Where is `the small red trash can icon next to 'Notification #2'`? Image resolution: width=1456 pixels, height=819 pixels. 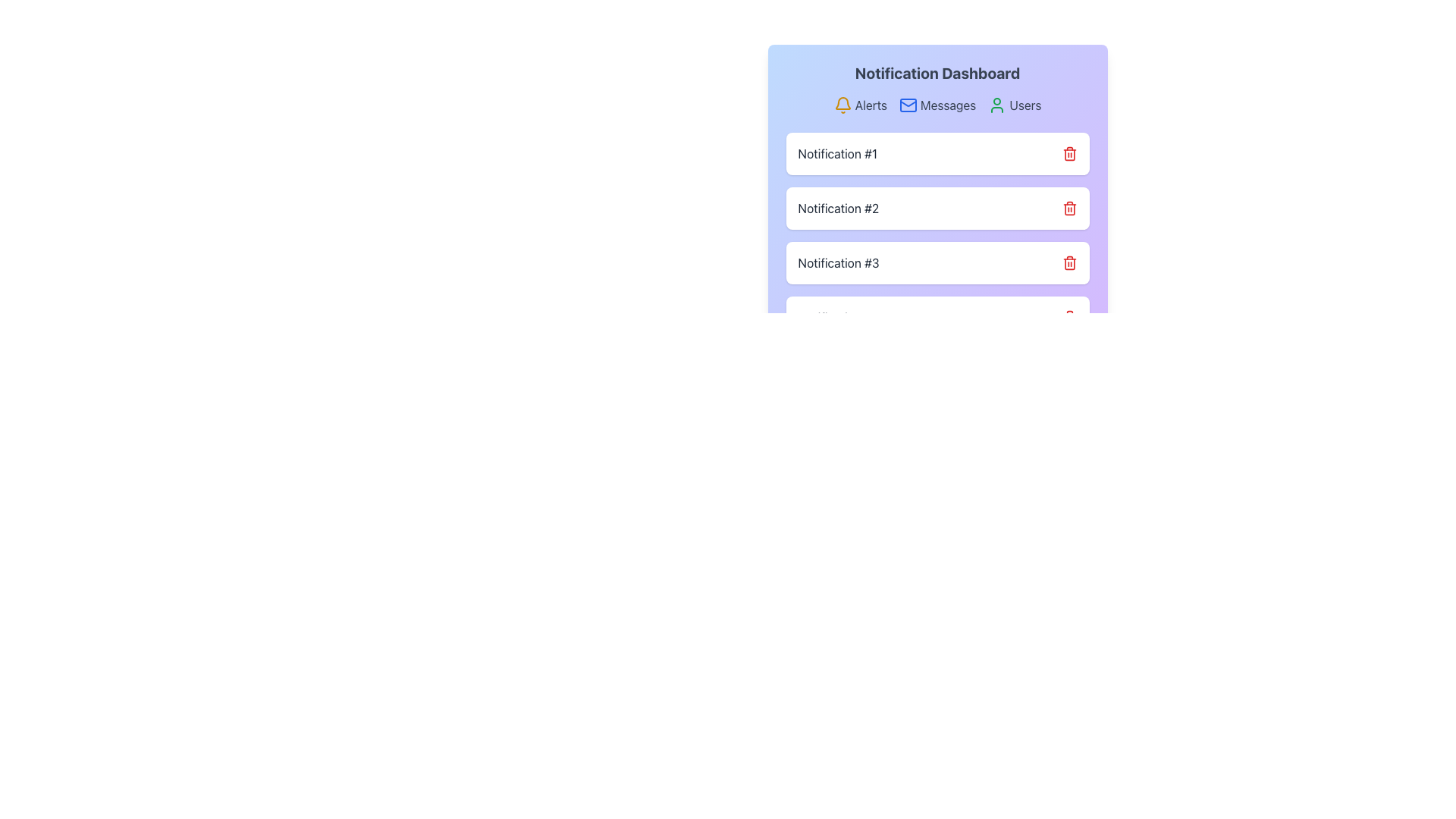
the small red trash can icon next to 'Notification #2' is located at coordinates (1068, 208).